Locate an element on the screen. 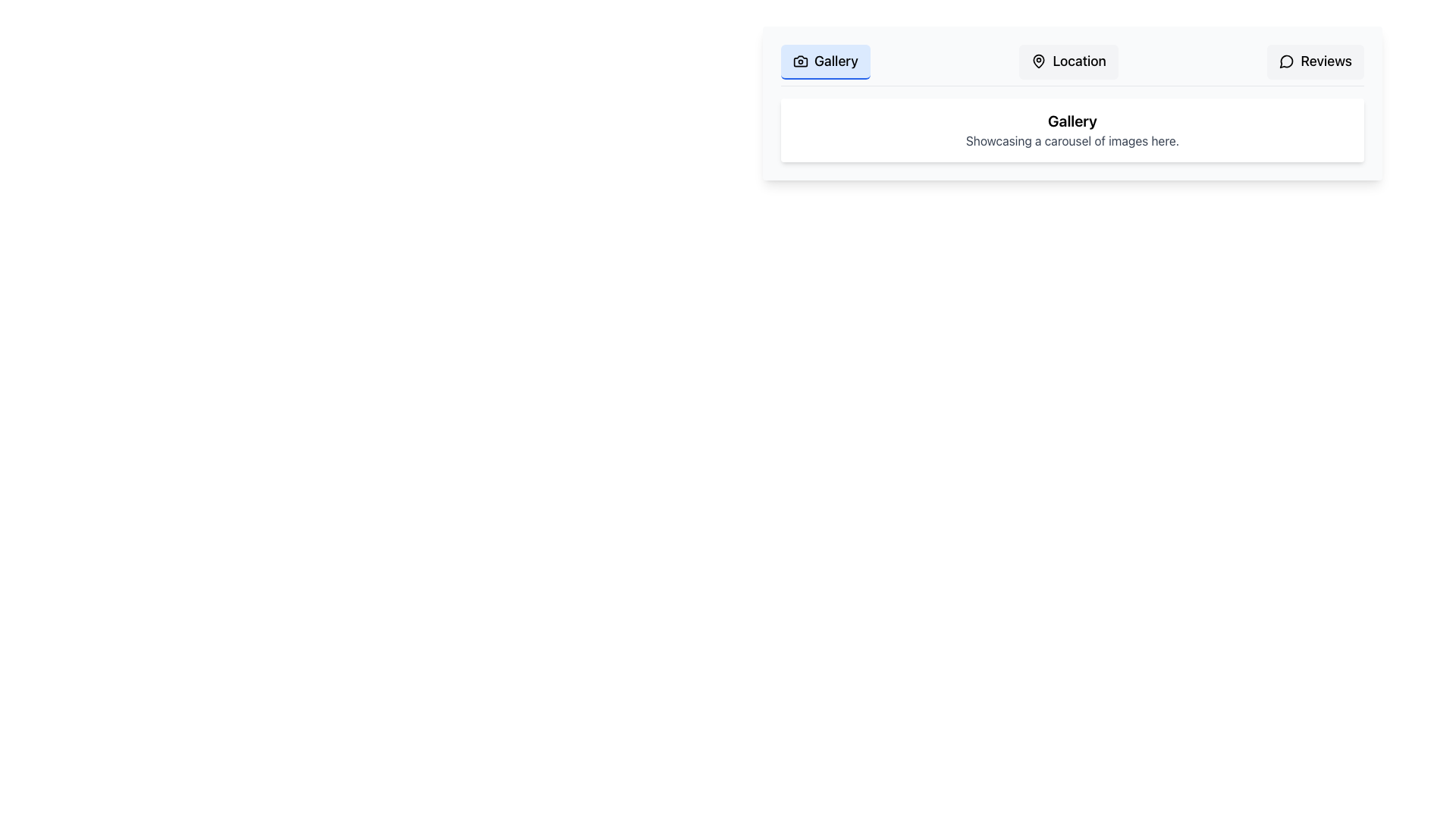 Image resolution: width=1456 pixels, height=819 pixels. the button on the navigation bar is located at coordinates (1072, 64).